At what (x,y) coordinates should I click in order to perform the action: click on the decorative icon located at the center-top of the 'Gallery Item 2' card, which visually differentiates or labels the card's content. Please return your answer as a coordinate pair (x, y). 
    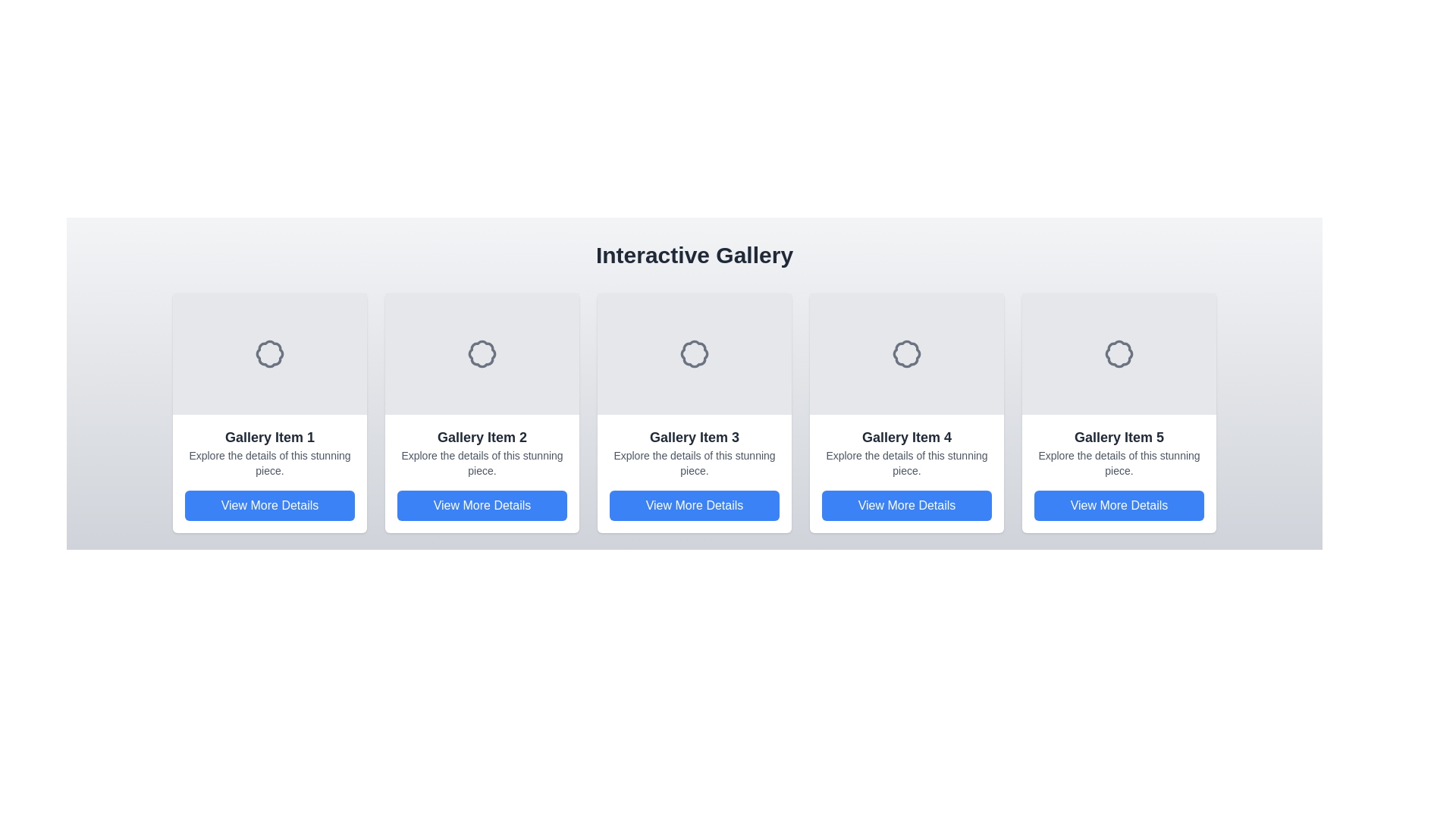
    Looking at the image, I should click on (481, 353).